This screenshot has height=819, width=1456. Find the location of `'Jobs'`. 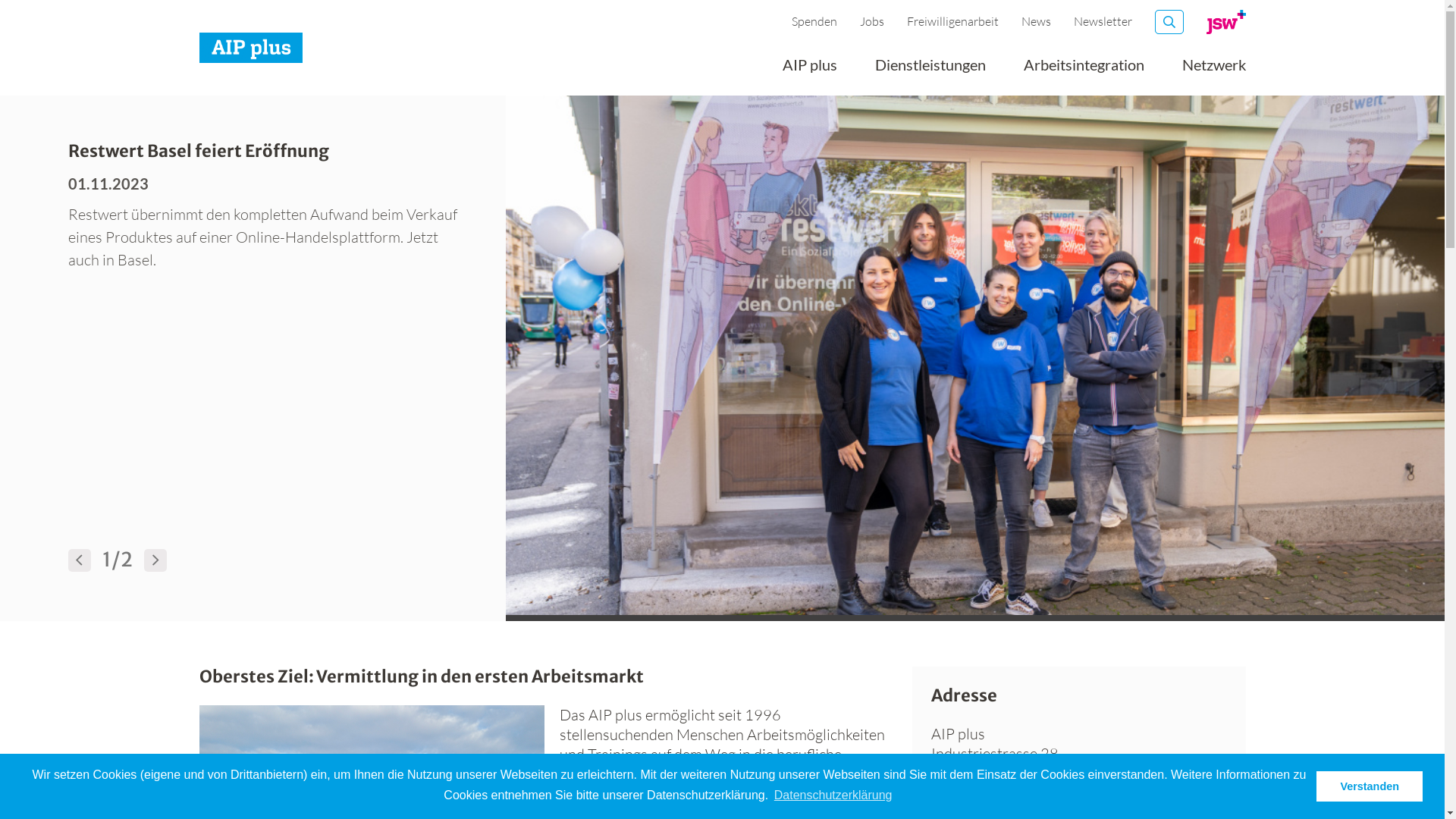

'Jobs' is located at coordinates (872, 20).